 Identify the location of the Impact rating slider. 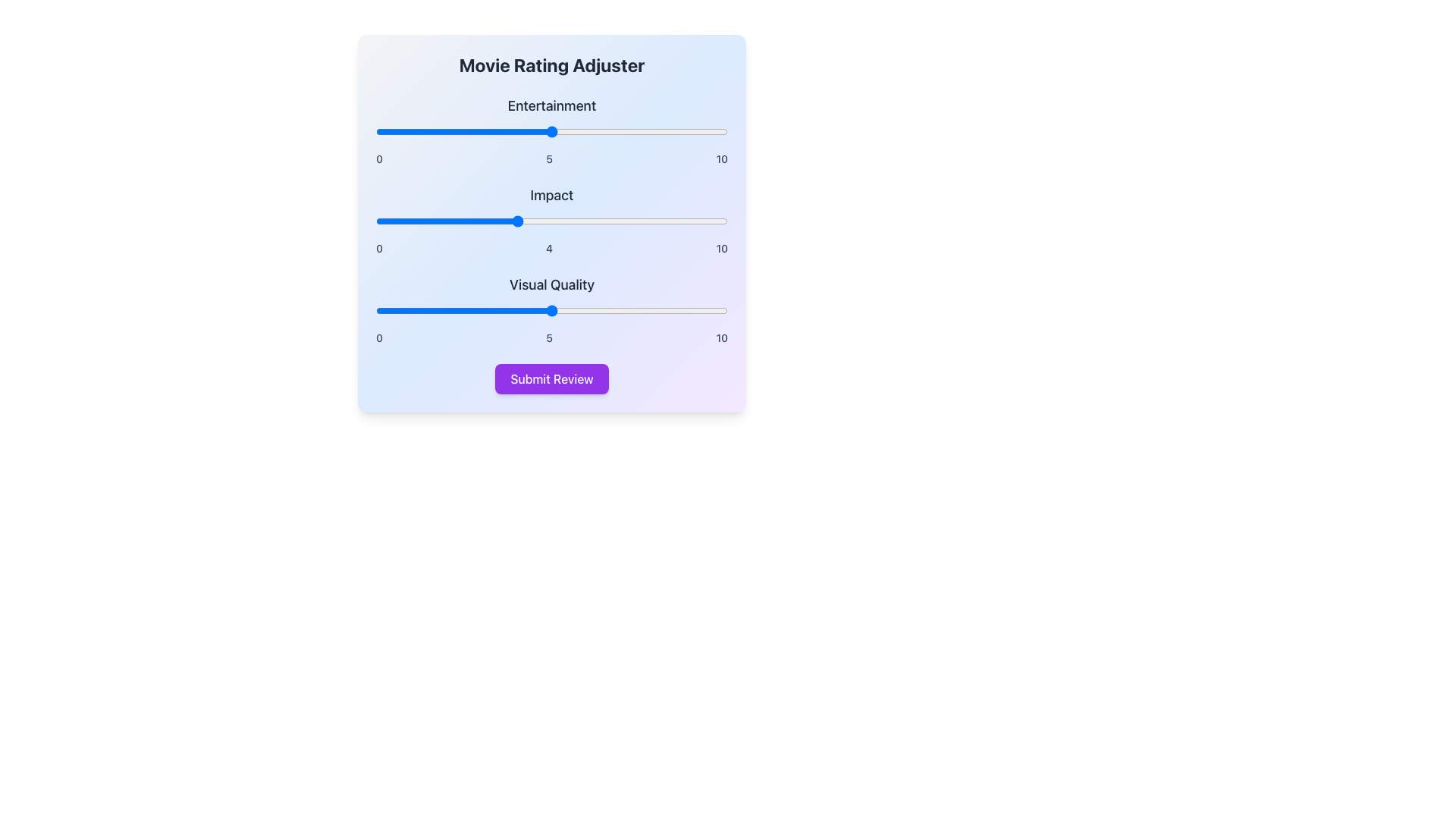
(481, 221).